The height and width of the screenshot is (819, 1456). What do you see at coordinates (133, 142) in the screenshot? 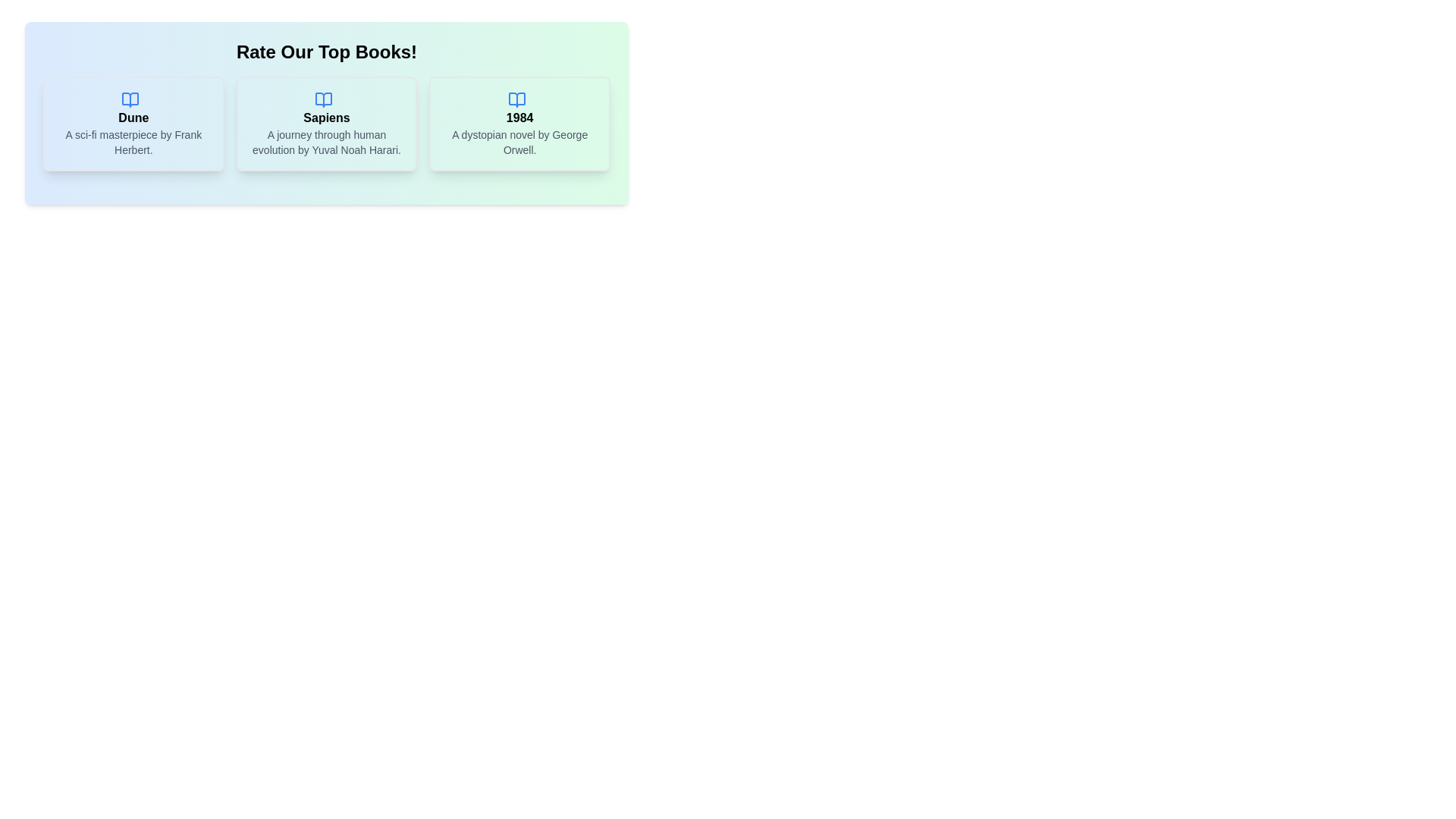
I see `the text label providing a brief description of the book 'Dune', located directly below the title within the leftmost card of the 'Rate Our Top Books!' panel` at bounding box center [133, 142].